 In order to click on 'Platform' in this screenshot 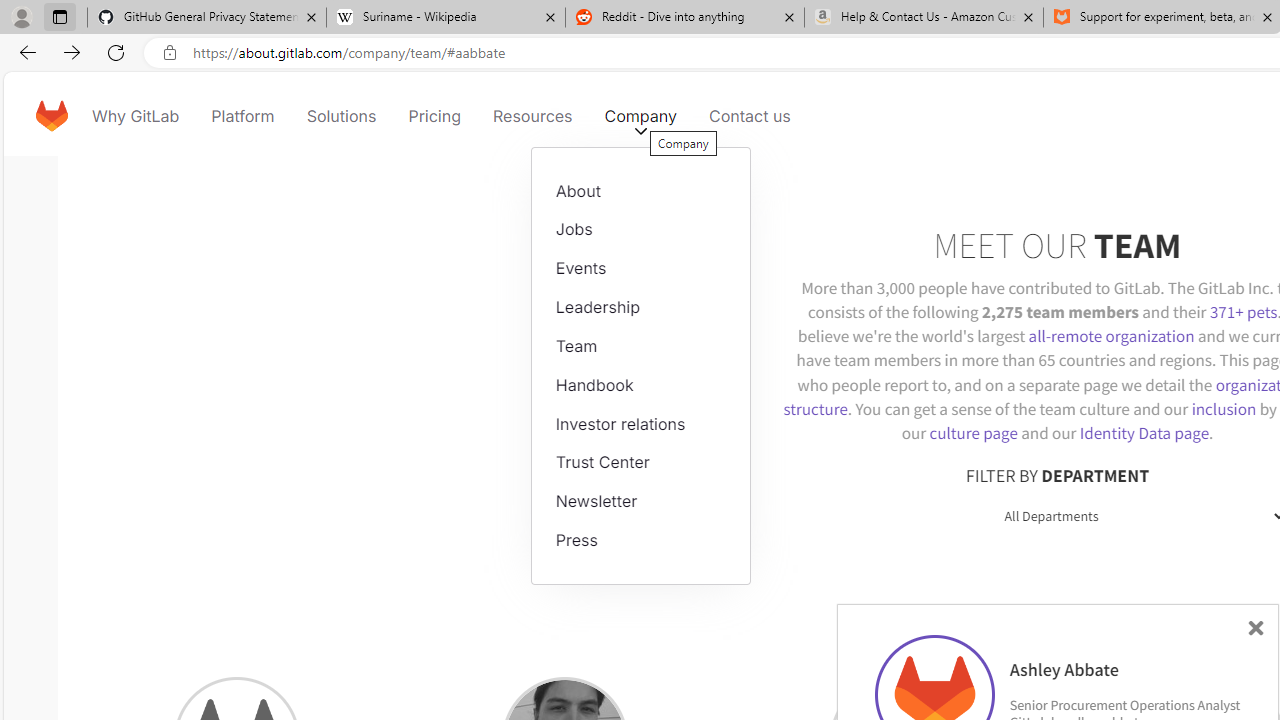, I will do `click(242, 115)`.